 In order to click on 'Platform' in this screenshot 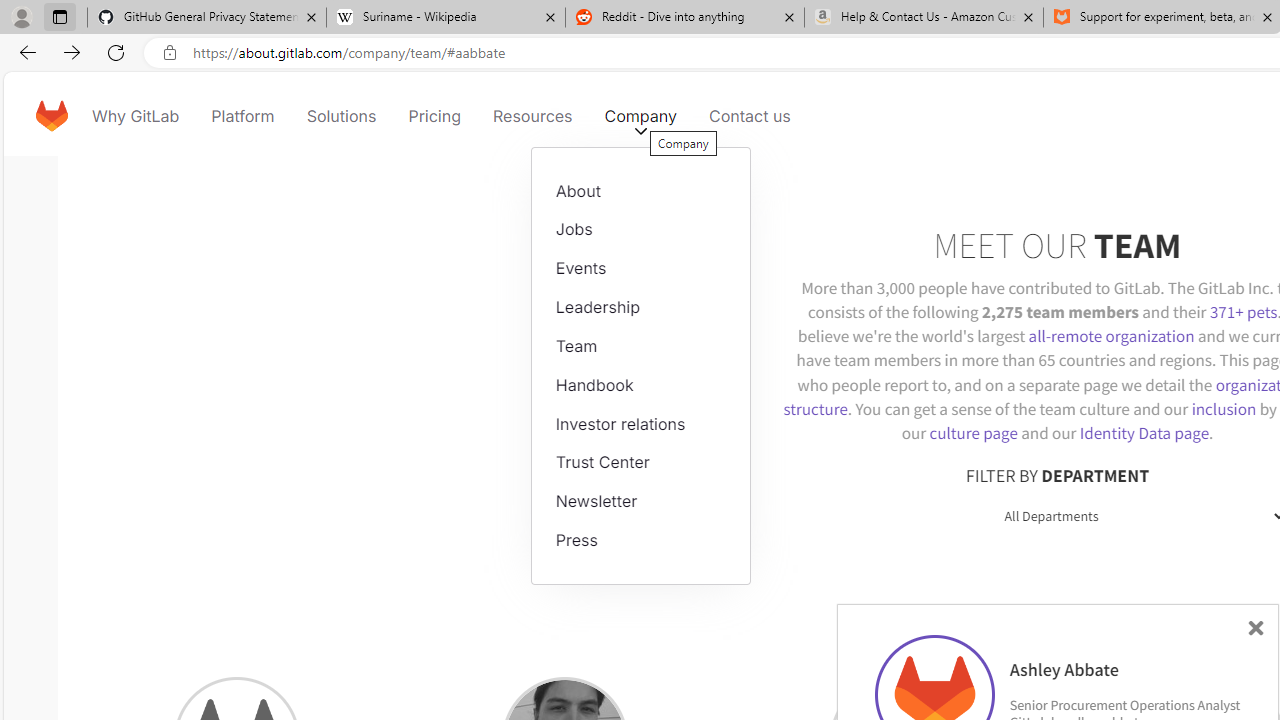, I will do `click(242, 115)`.